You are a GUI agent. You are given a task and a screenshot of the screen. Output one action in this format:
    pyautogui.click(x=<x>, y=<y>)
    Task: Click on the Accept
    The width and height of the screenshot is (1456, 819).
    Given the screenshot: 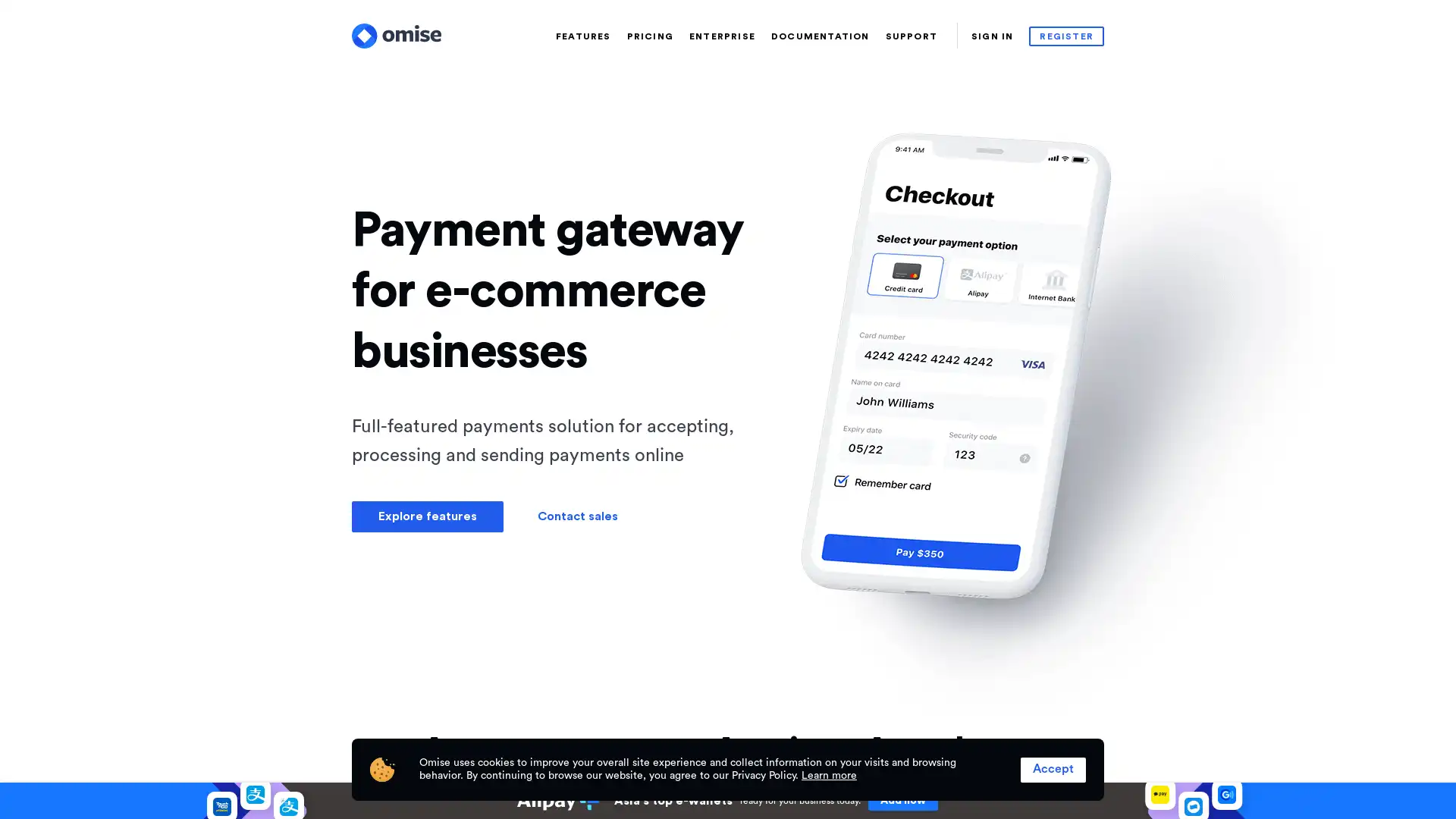 What is the action you would take?
    pyautogui.click(x=1052, y=769)
    